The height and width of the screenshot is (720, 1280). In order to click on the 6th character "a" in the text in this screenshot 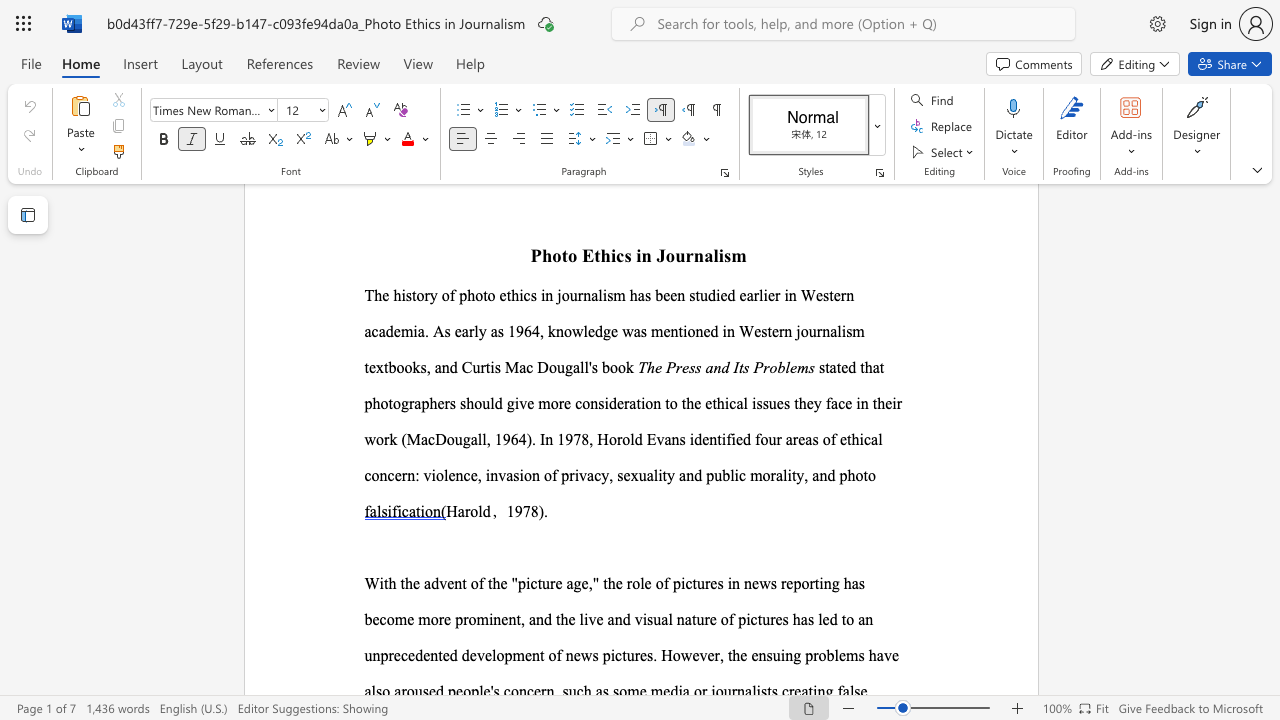, I will do `click(650, 475)`.